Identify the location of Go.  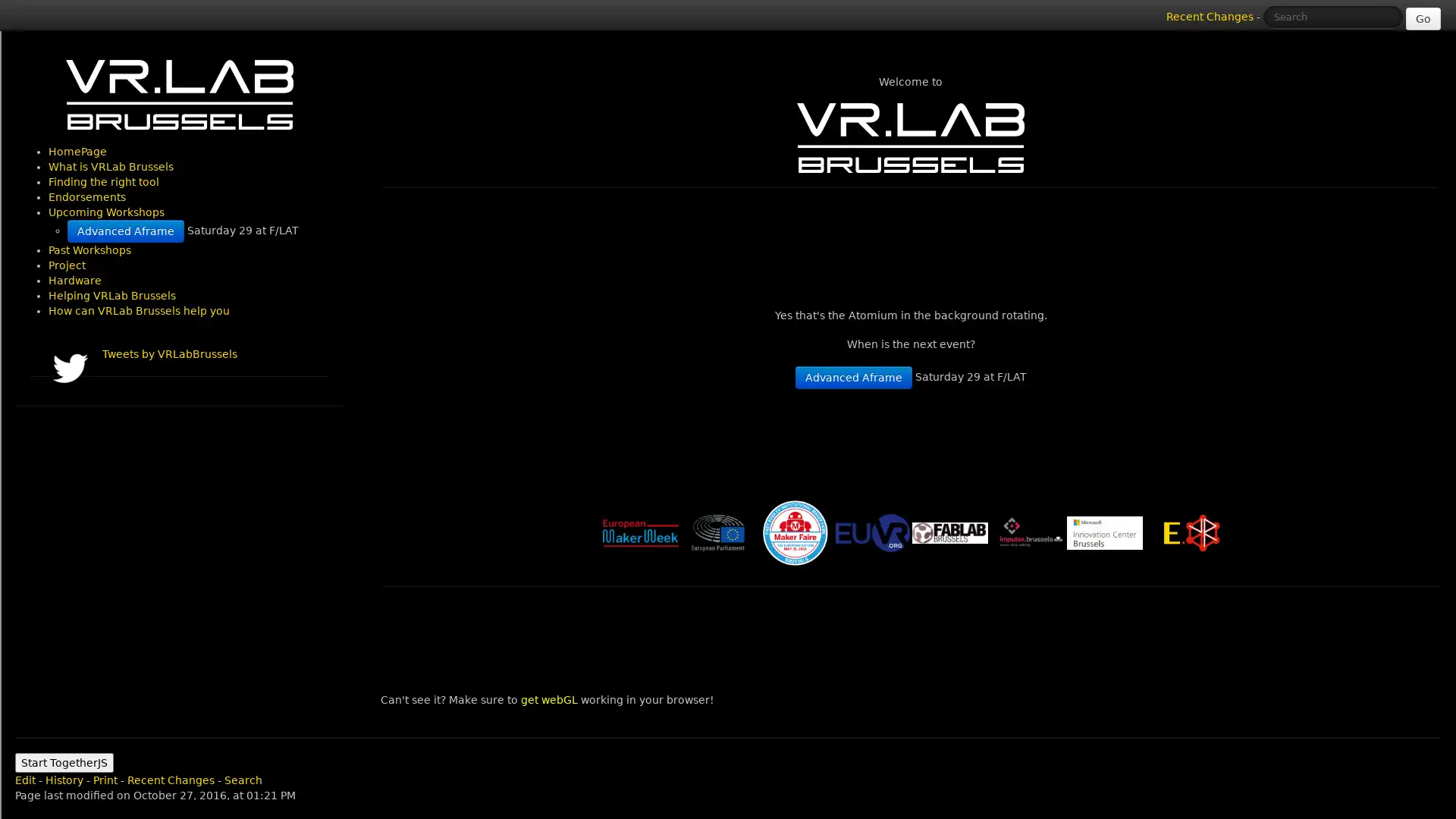
(1422, 18).